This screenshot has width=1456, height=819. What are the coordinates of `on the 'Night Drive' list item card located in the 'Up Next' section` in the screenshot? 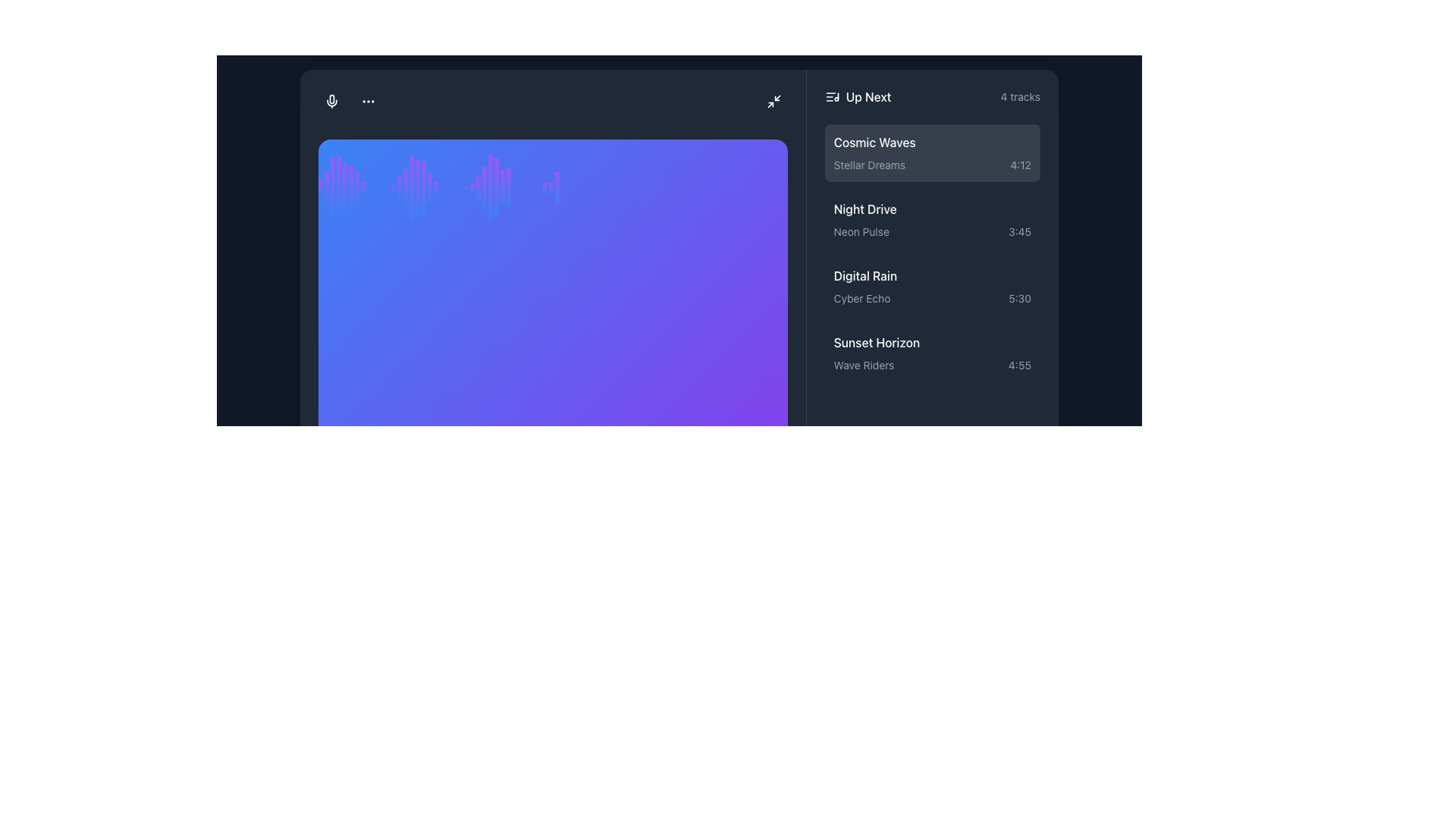 It's located at (931, 219).